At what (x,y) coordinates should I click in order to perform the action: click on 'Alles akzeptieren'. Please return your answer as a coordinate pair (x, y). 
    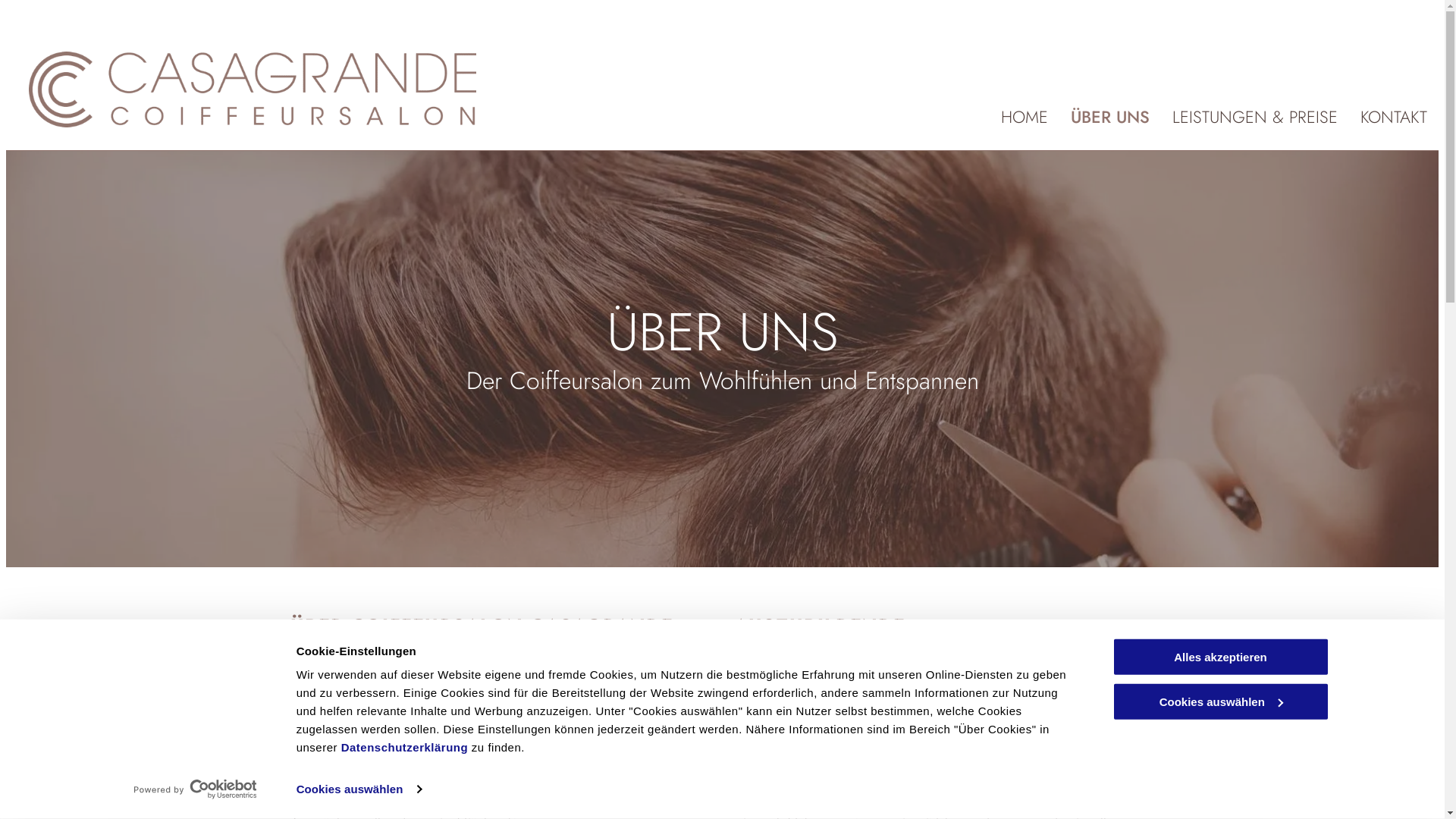
    Looking at the image, I should click on (1219, 656).